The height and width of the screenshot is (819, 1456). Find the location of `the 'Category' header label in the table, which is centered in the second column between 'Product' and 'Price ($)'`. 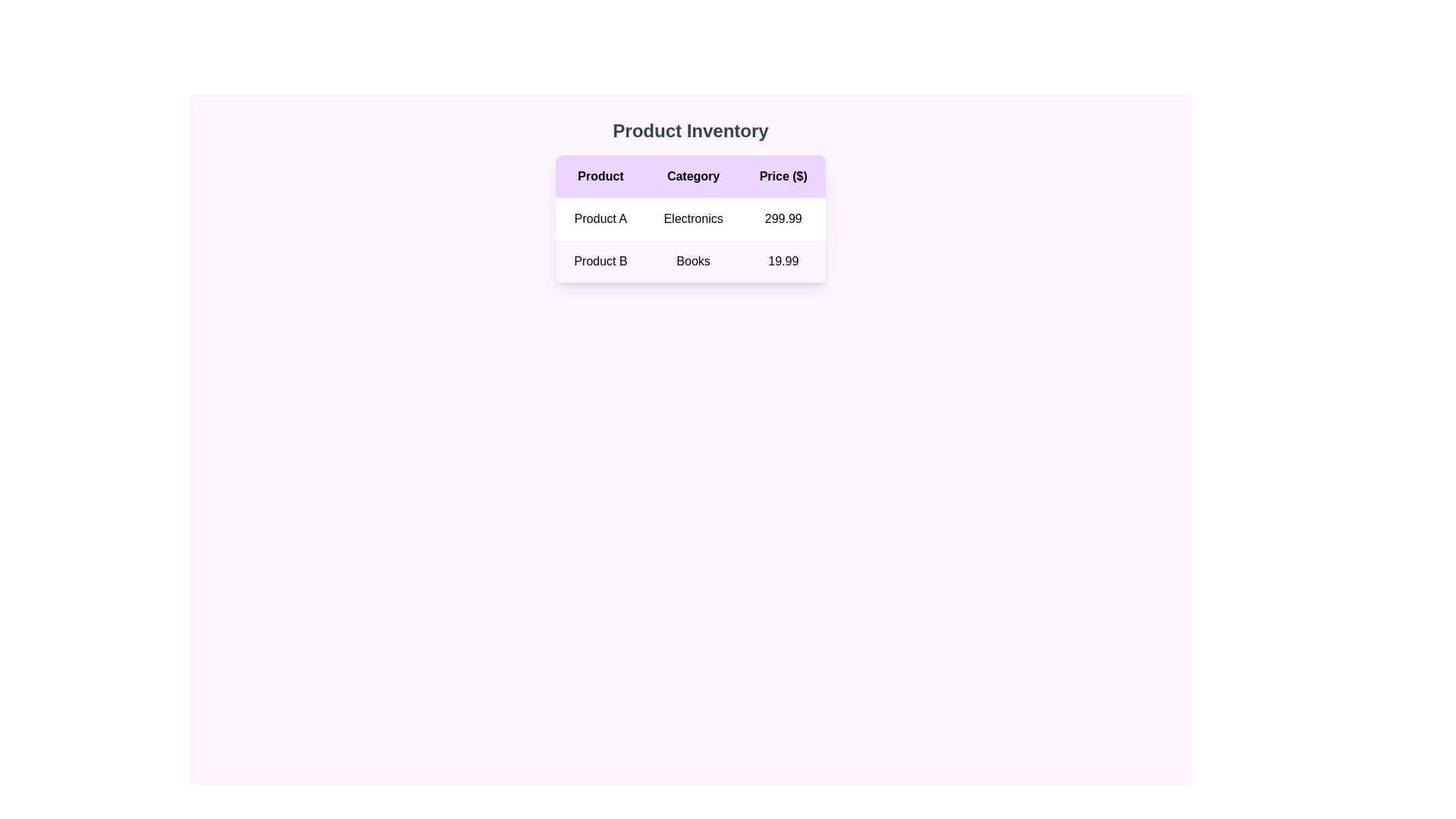

the 'Category' header label in the table, which is centered in the second column between 'Product' and 'Price ($)' is located at coordinates (692, 175).